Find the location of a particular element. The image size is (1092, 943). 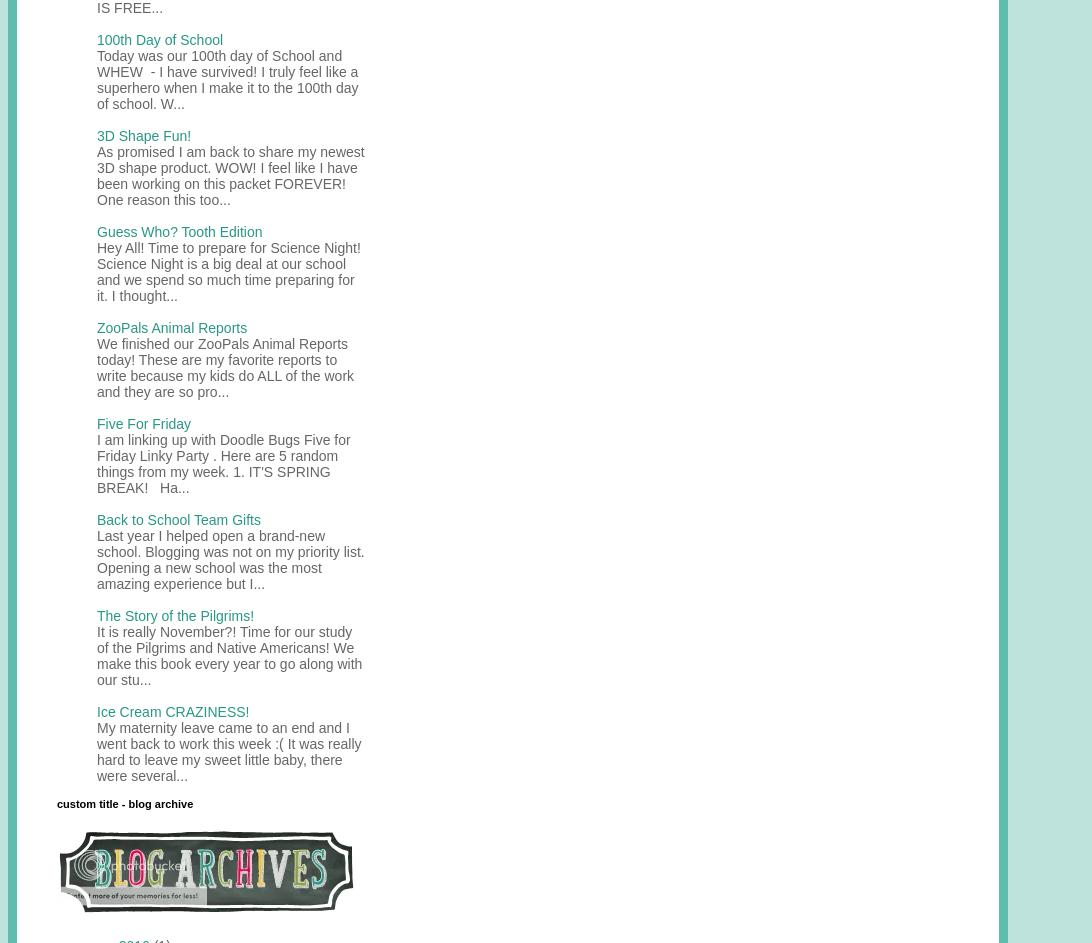

'Back to School Team Gifts' is located at coordinates (178, 518).